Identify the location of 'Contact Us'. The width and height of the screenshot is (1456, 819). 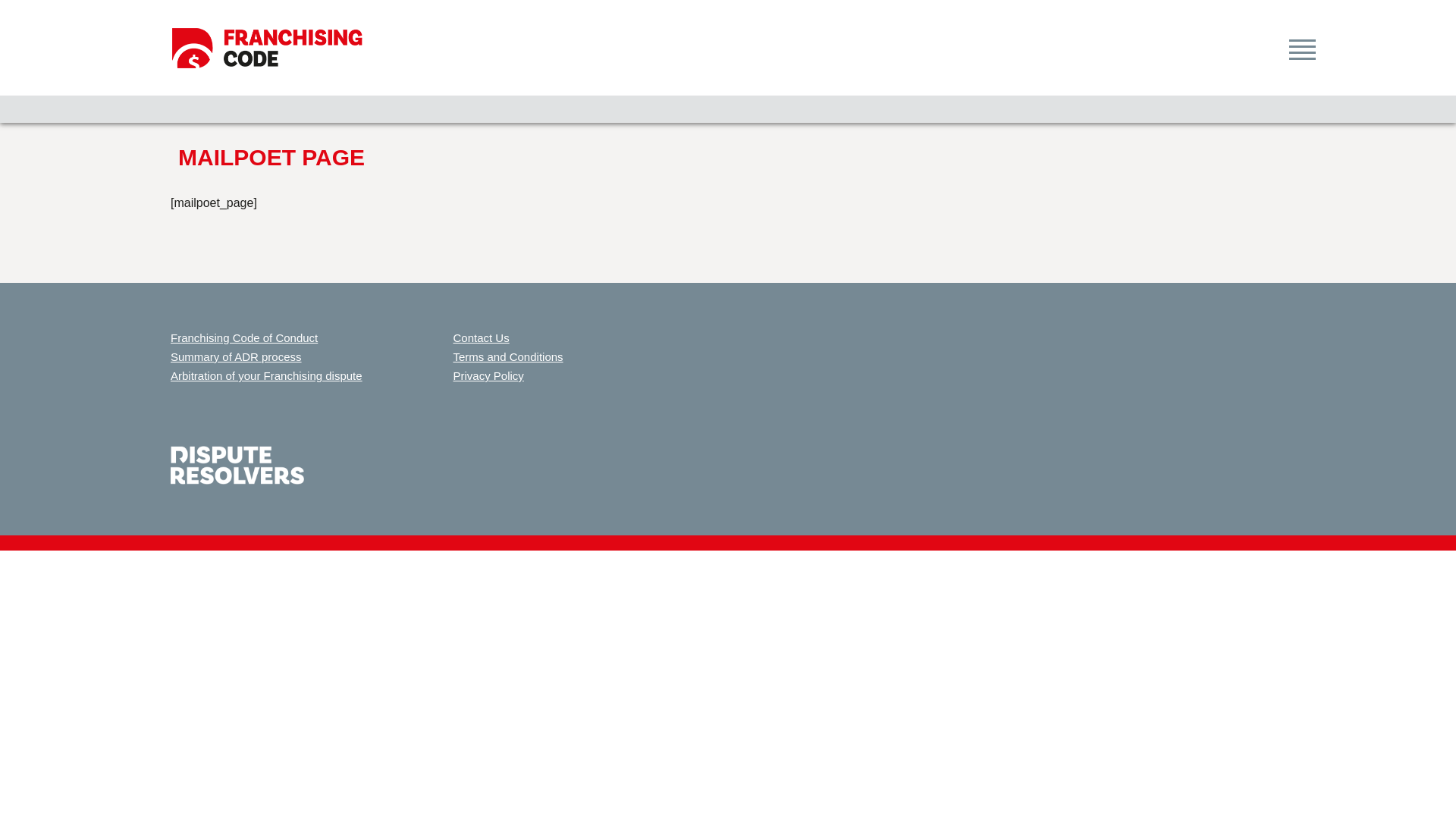
(453, 337).